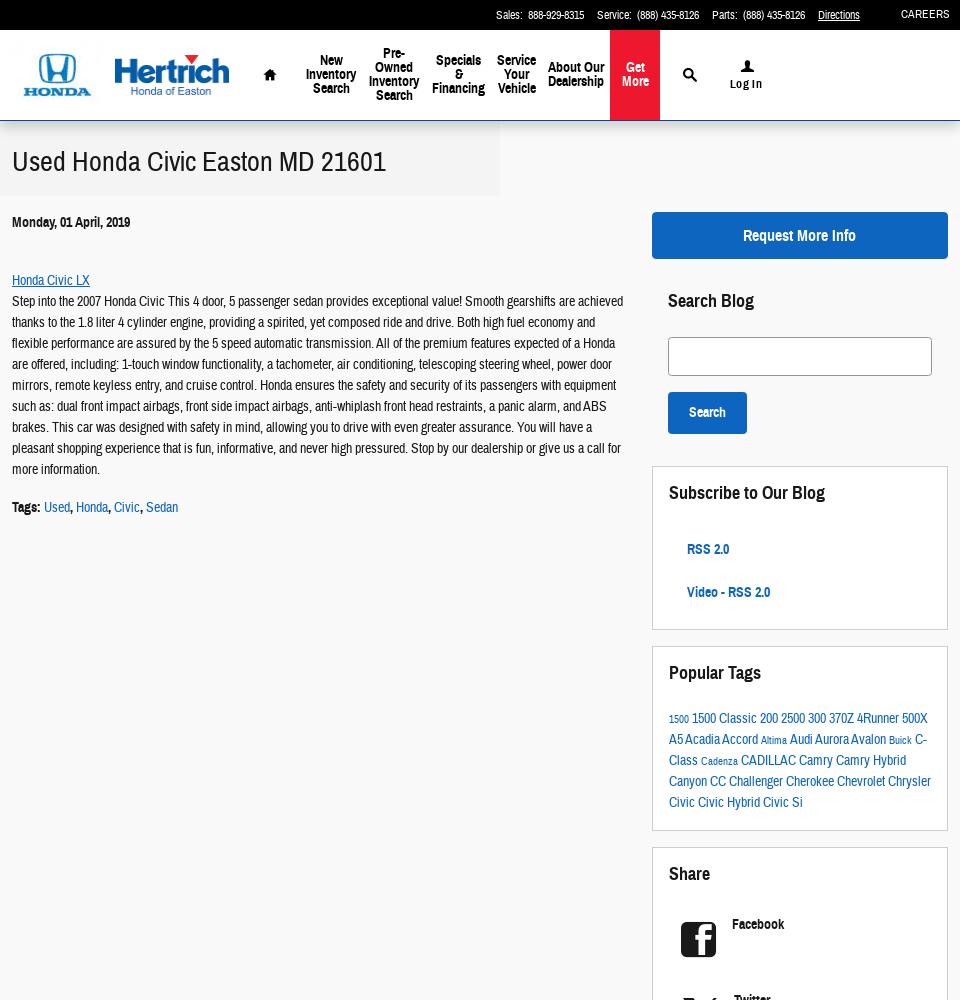  I want to click on 'Chevrolet', so click(861, 781).